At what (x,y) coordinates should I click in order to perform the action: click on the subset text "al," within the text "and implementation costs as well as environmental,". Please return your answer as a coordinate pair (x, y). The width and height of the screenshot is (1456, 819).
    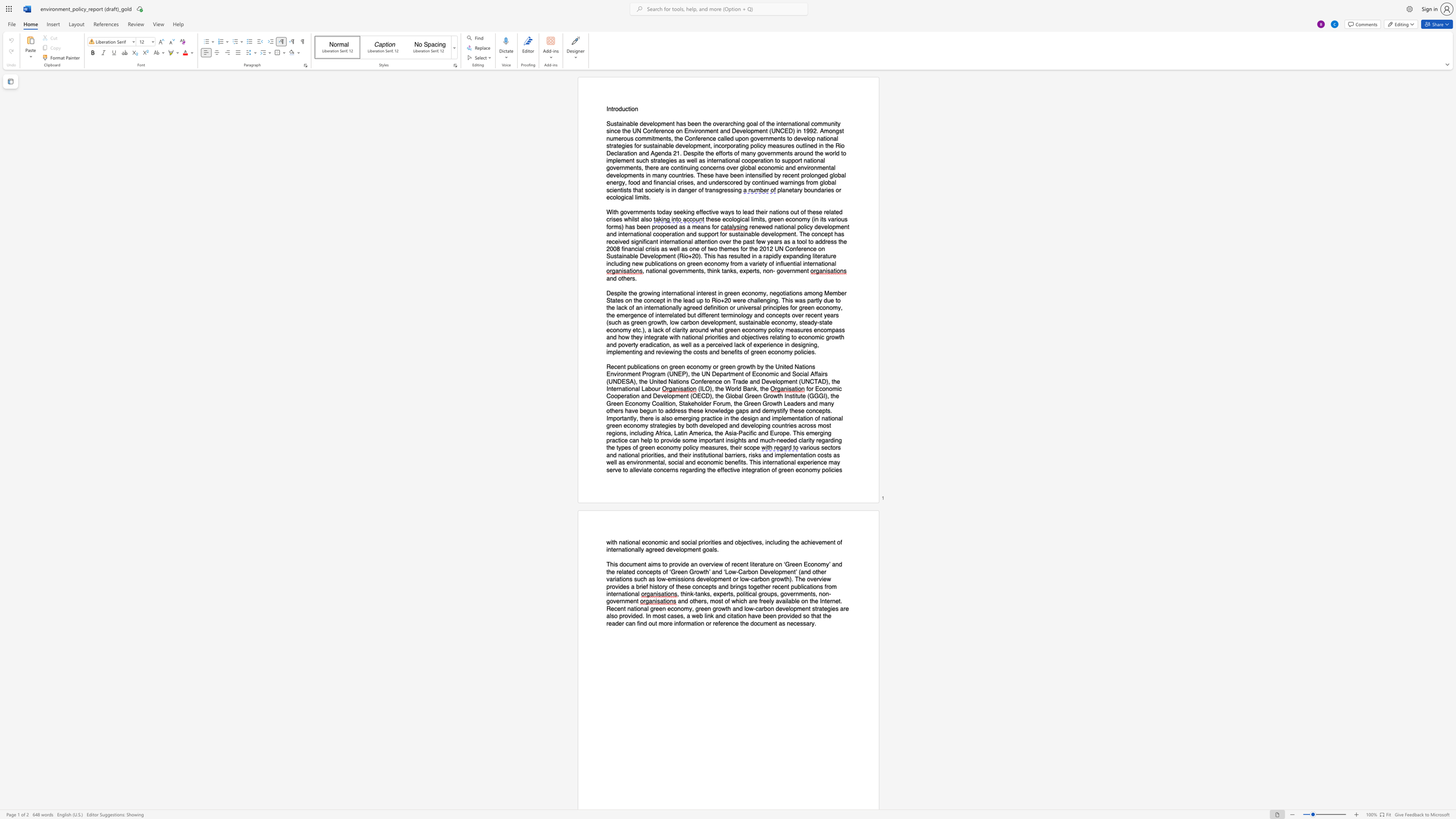
    Looking at the image, I should click on (660, 462).